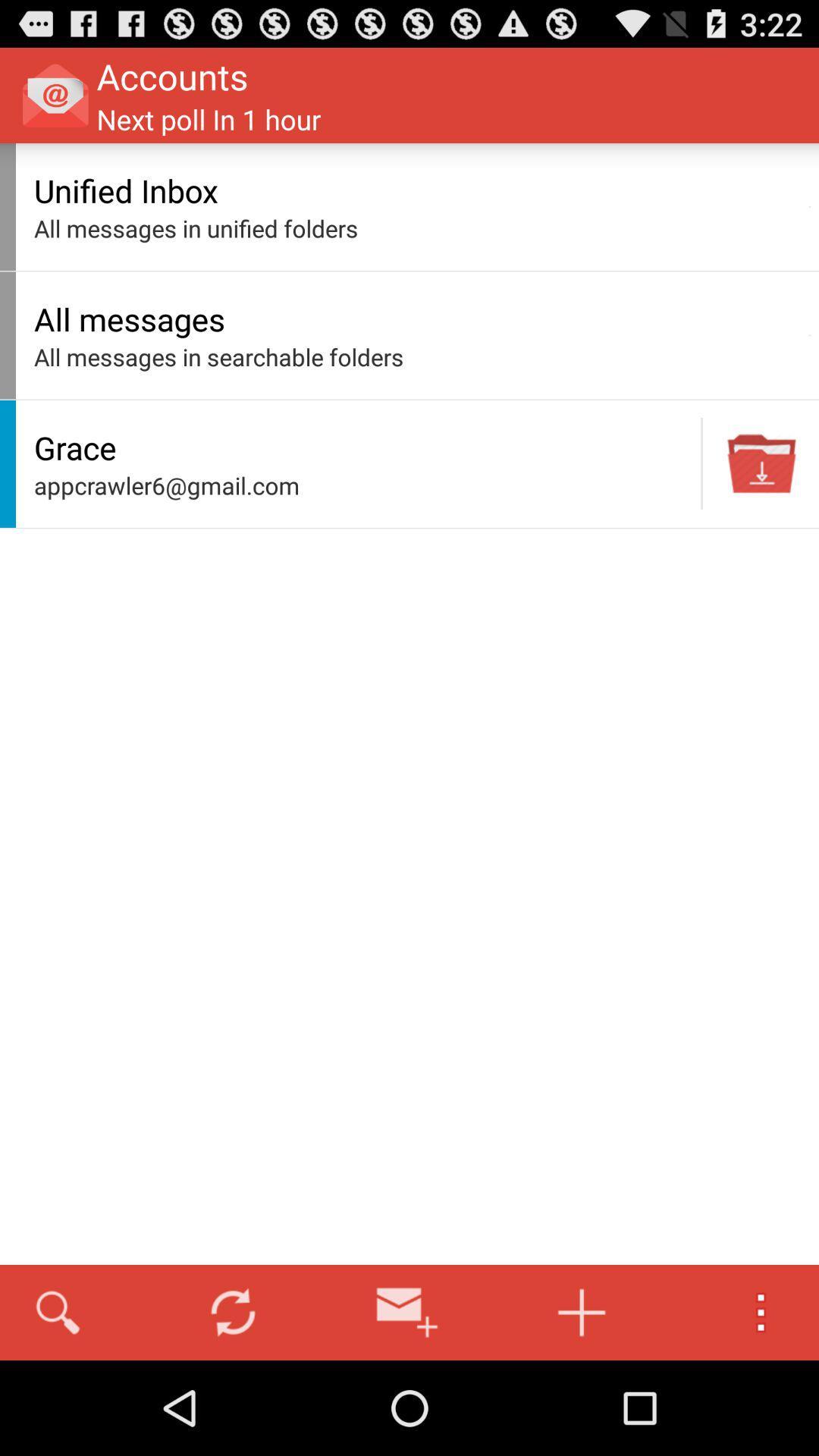 The height and width of the screenshot is (1456, 819). What do you see at coordinates (809, 334) in the screenshot?
I see `the icon next to all messages app` at bounding box center [809, 334].